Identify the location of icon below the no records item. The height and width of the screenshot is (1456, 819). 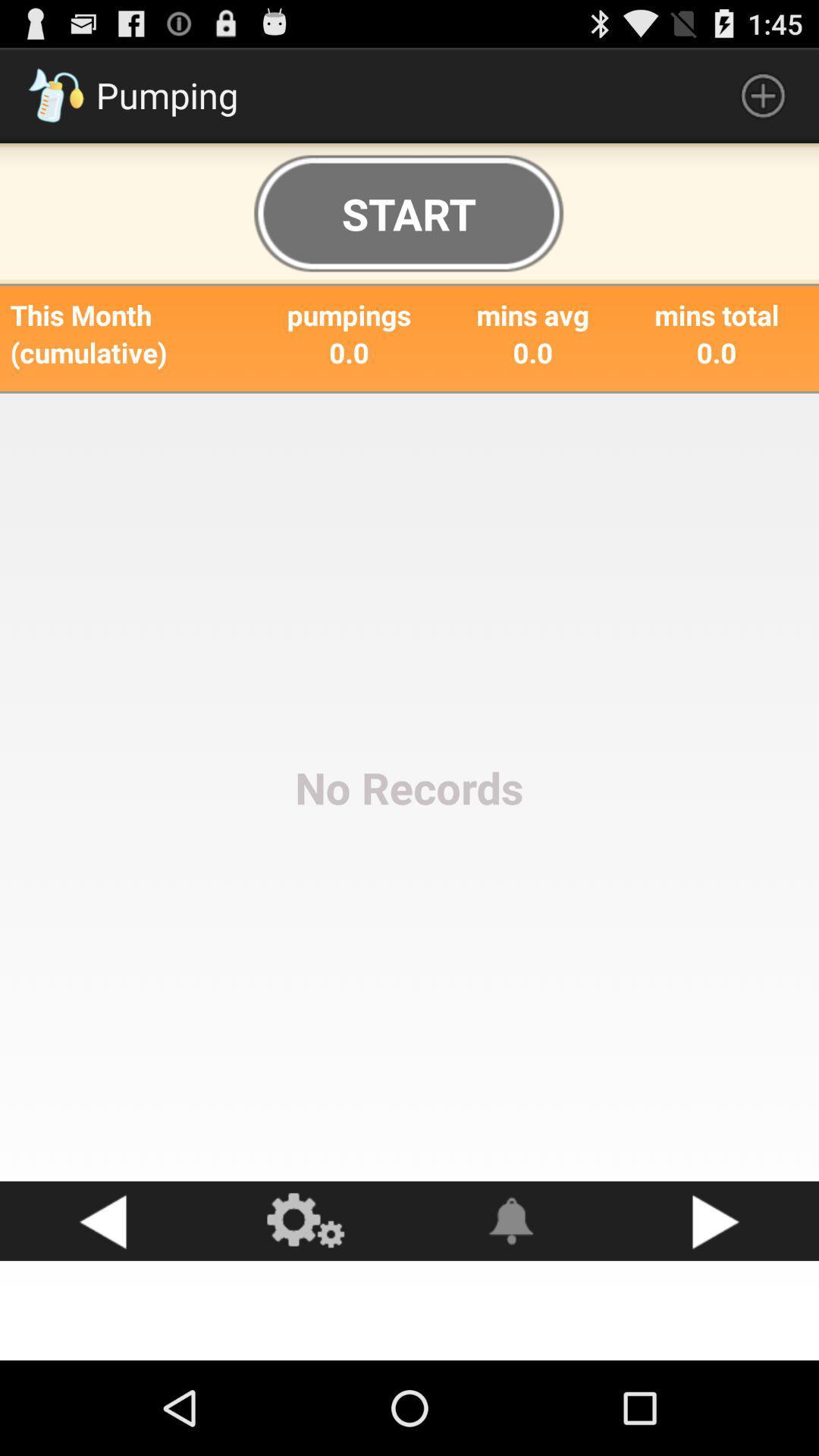
(102, 1221).